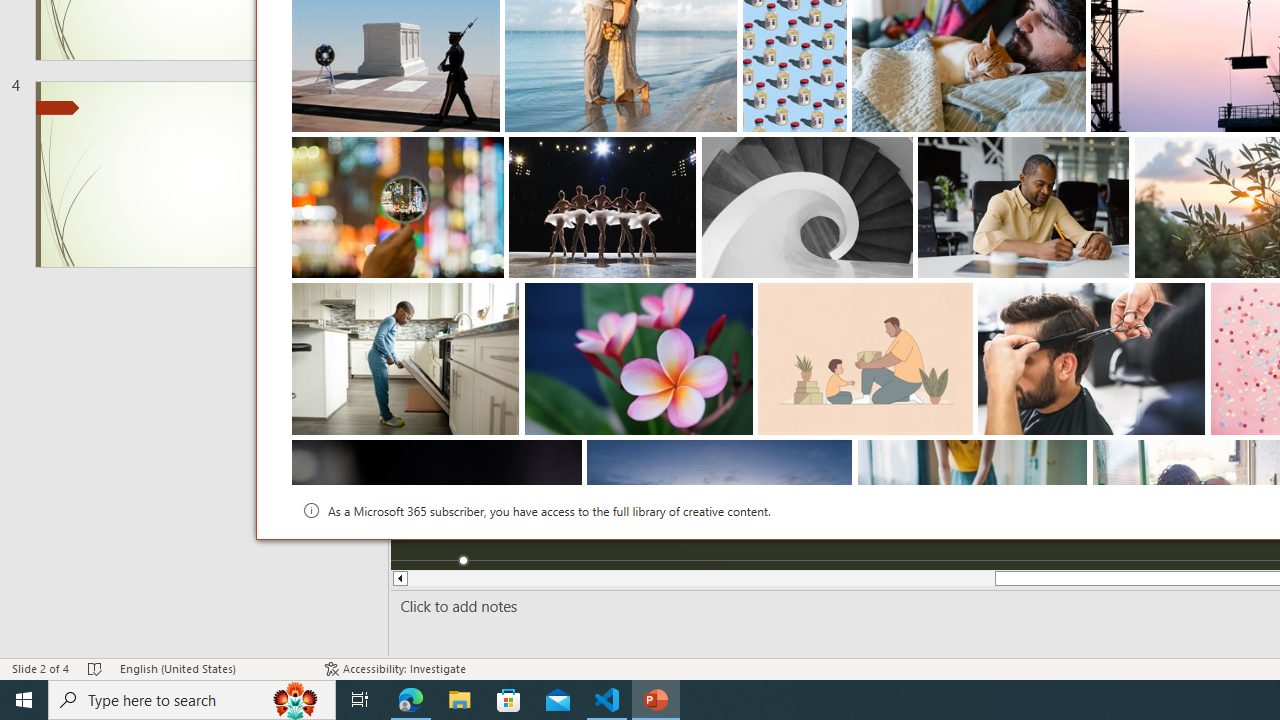  What do you see at coordinates (395, 669) in the screenshot?
I see `'Accessibility Checker Accessibility: Investigate'` at bounding box center [395, 669].